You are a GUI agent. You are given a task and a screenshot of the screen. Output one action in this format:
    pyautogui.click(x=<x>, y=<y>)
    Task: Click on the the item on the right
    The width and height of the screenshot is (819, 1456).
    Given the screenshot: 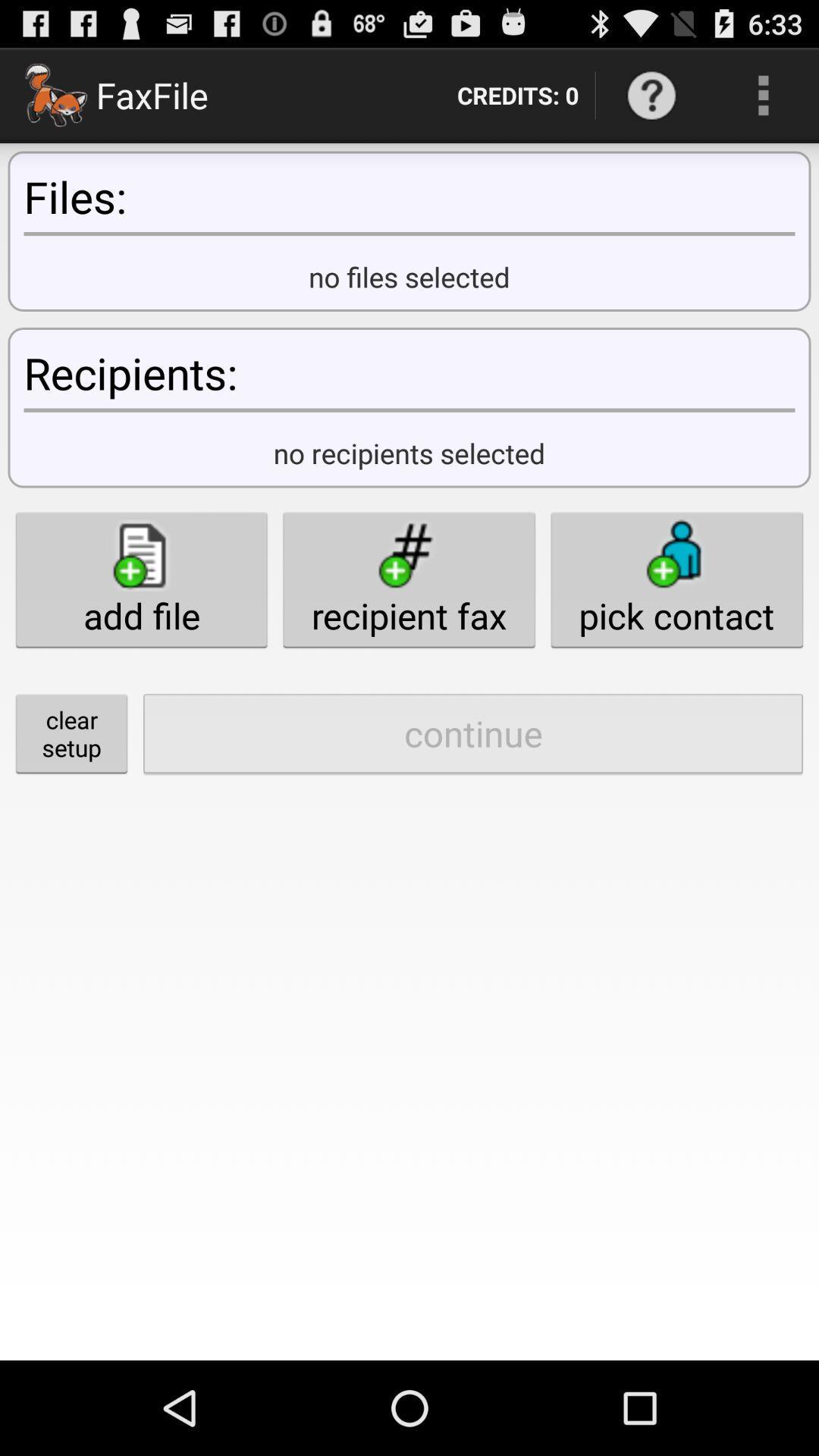 What is the action you would take?
    pyautogui.click(x=676, y=579)
    